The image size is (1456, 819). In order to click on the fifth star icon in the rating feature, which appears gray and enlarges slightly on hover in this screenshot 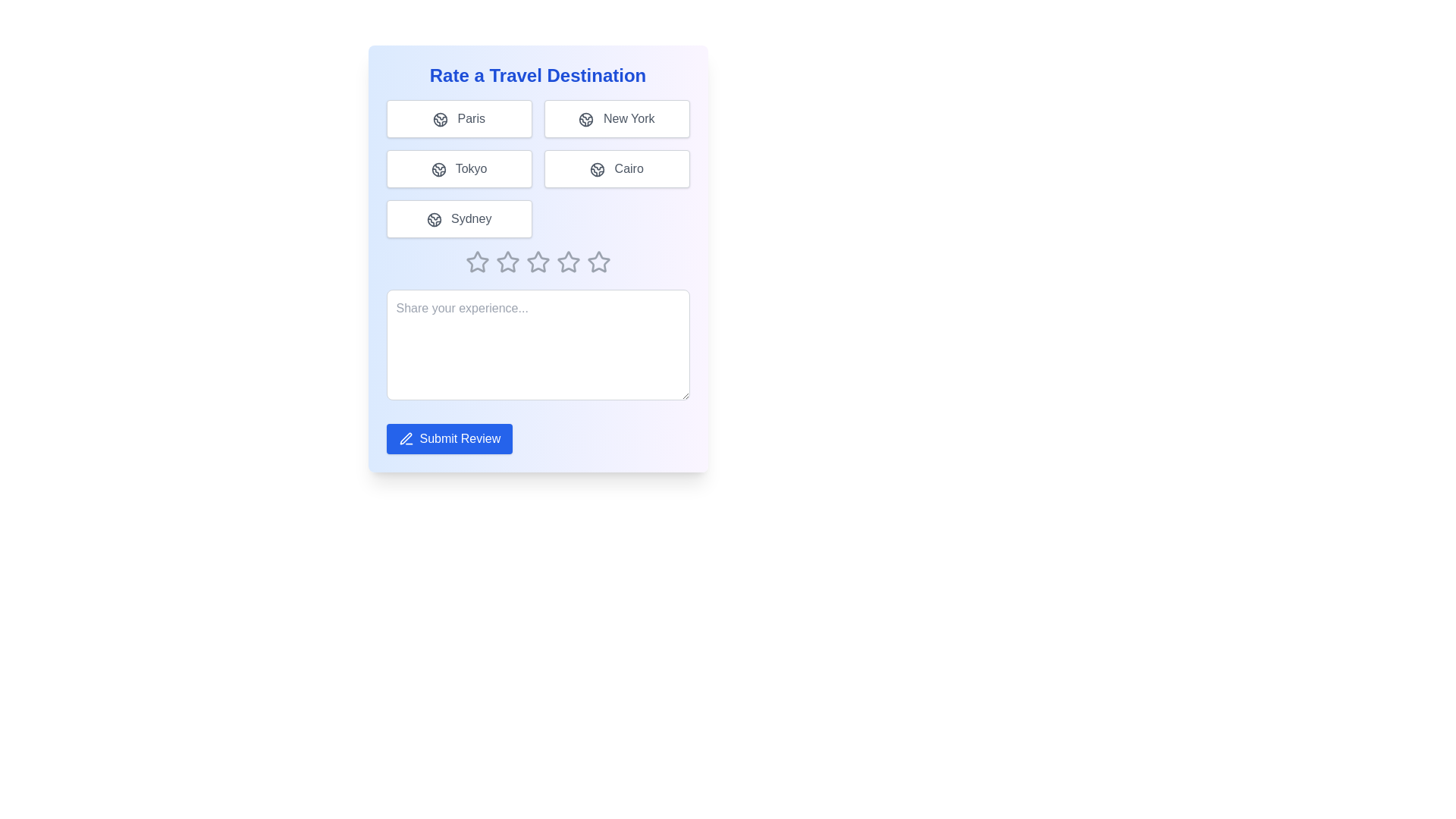, I will do `click(598, 262)`.